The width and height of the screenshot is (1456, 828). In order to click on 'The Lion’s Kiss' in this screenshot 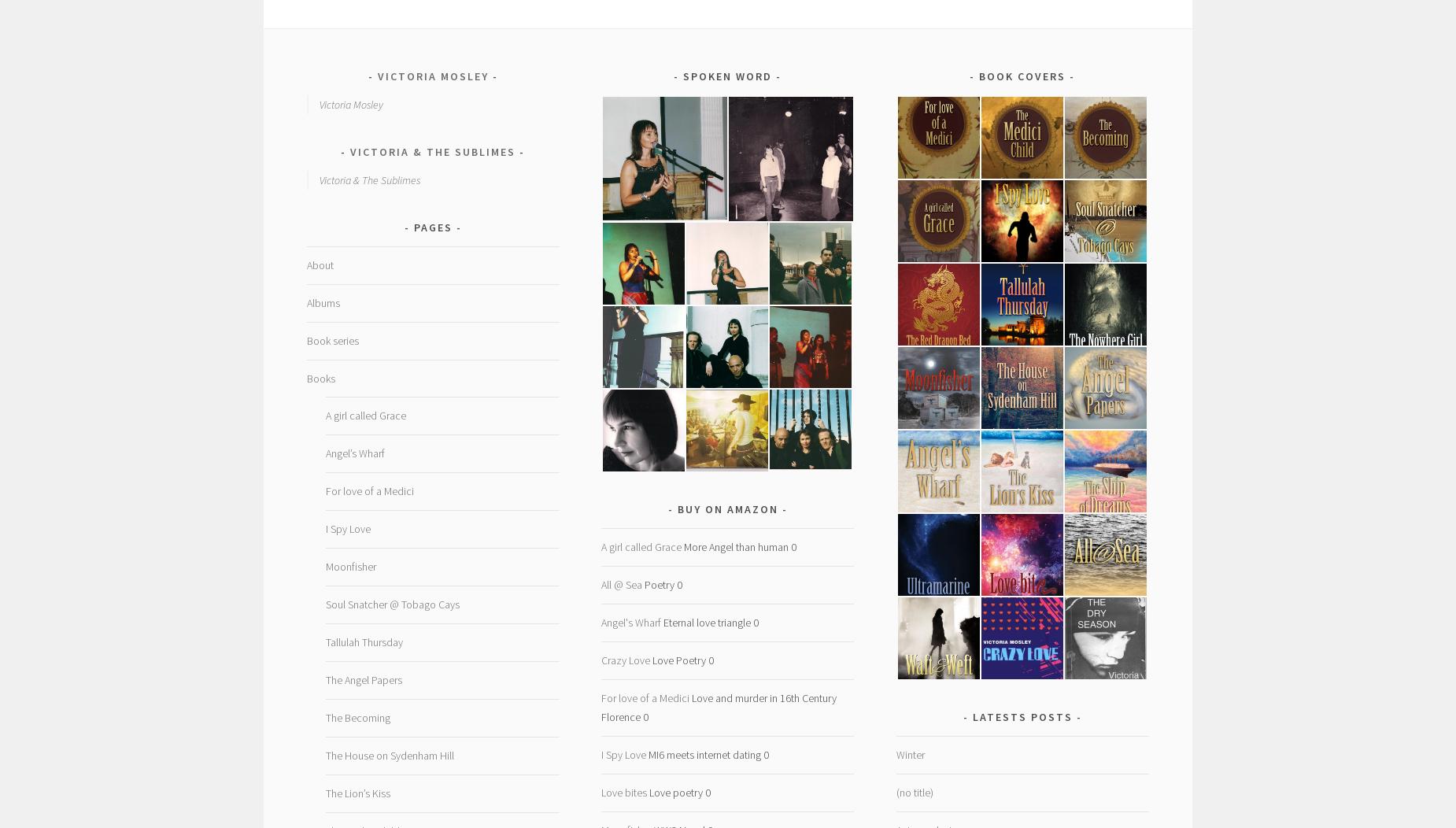, I will do `click(356, 792)`.